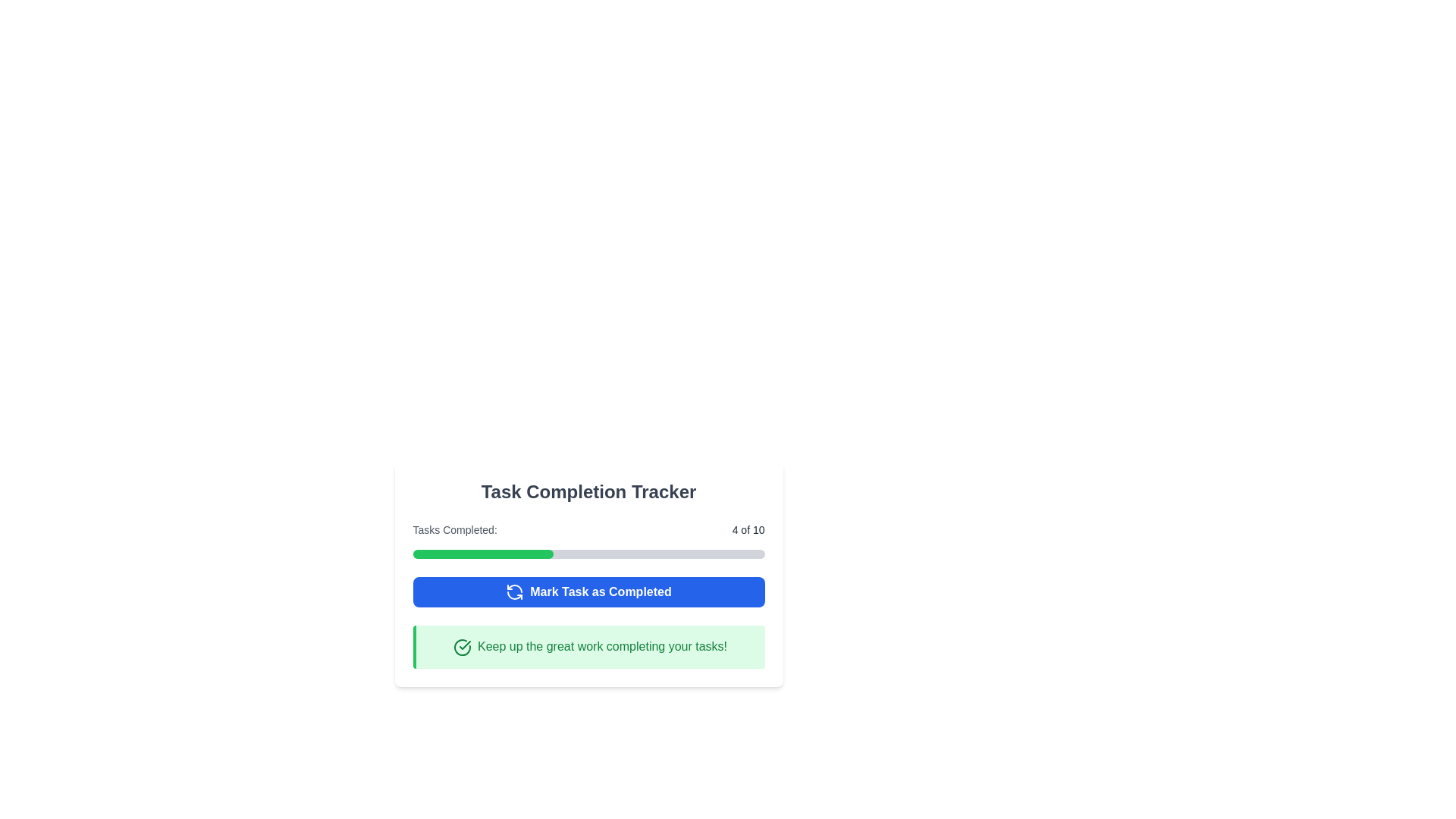 The width and height of the screenshot is (1456, 819). Describe the element at coordinates (514, 591) in the screenshot. I see `the refresh icon located to the left of the text 'Mark Task as Completed' inside the blue button to interact with the button` at that location.